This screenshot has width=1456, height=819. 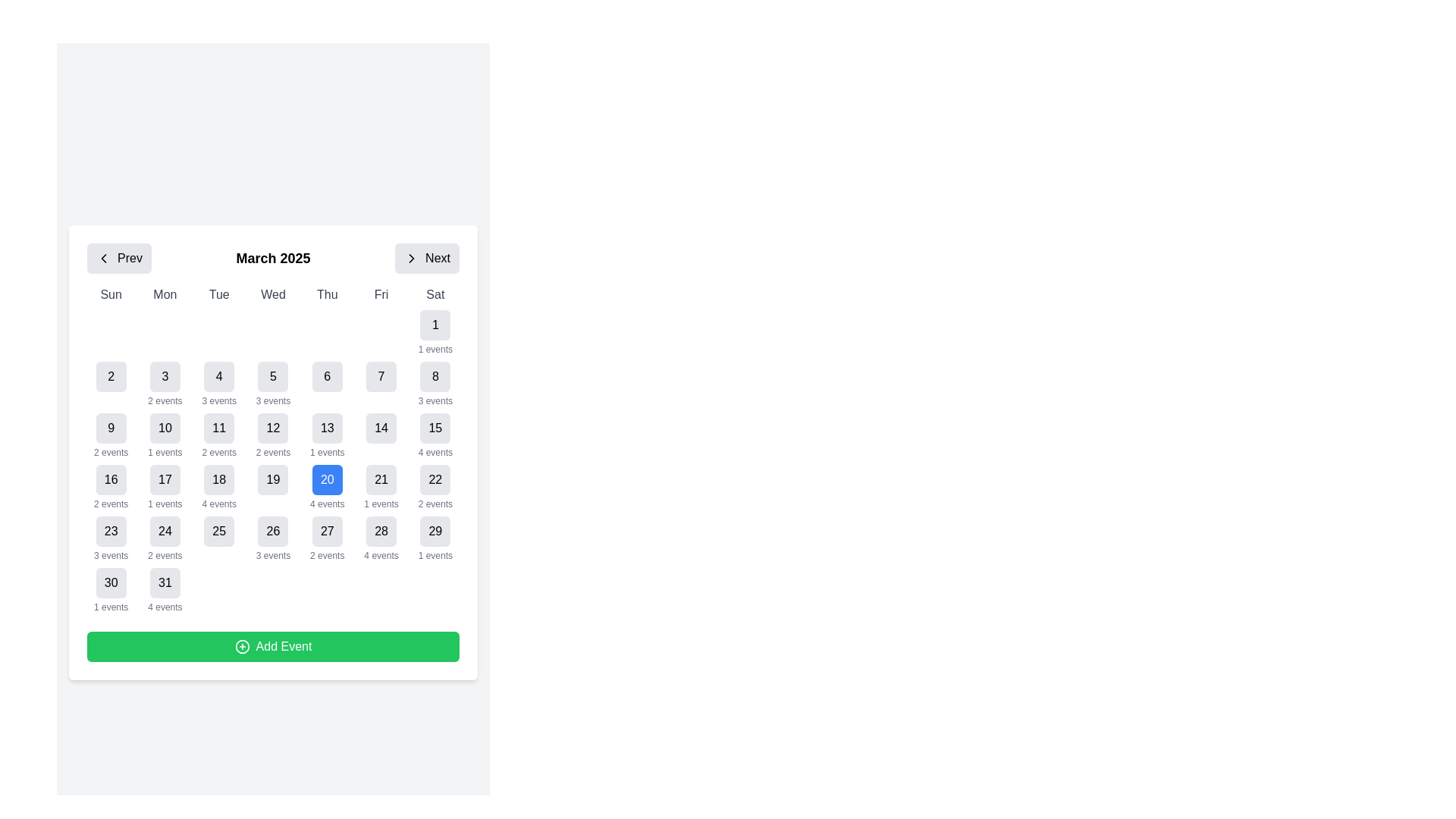 I want to click on the button representing the date '13' in the calendar, so click(x=326, y=428).